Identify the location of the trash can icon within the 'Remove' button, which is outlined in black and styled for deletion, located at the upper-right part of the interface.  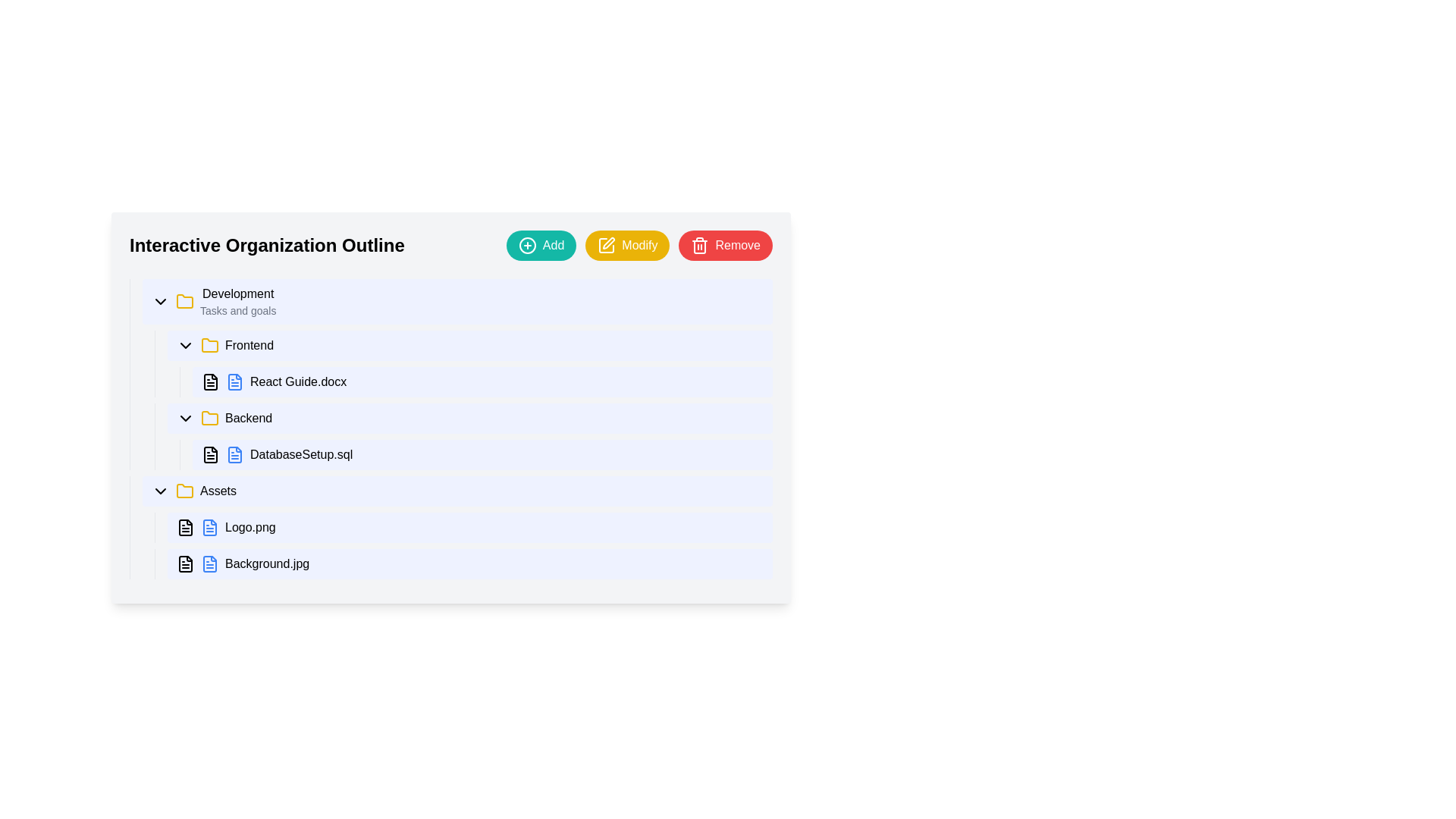
(699, 245).